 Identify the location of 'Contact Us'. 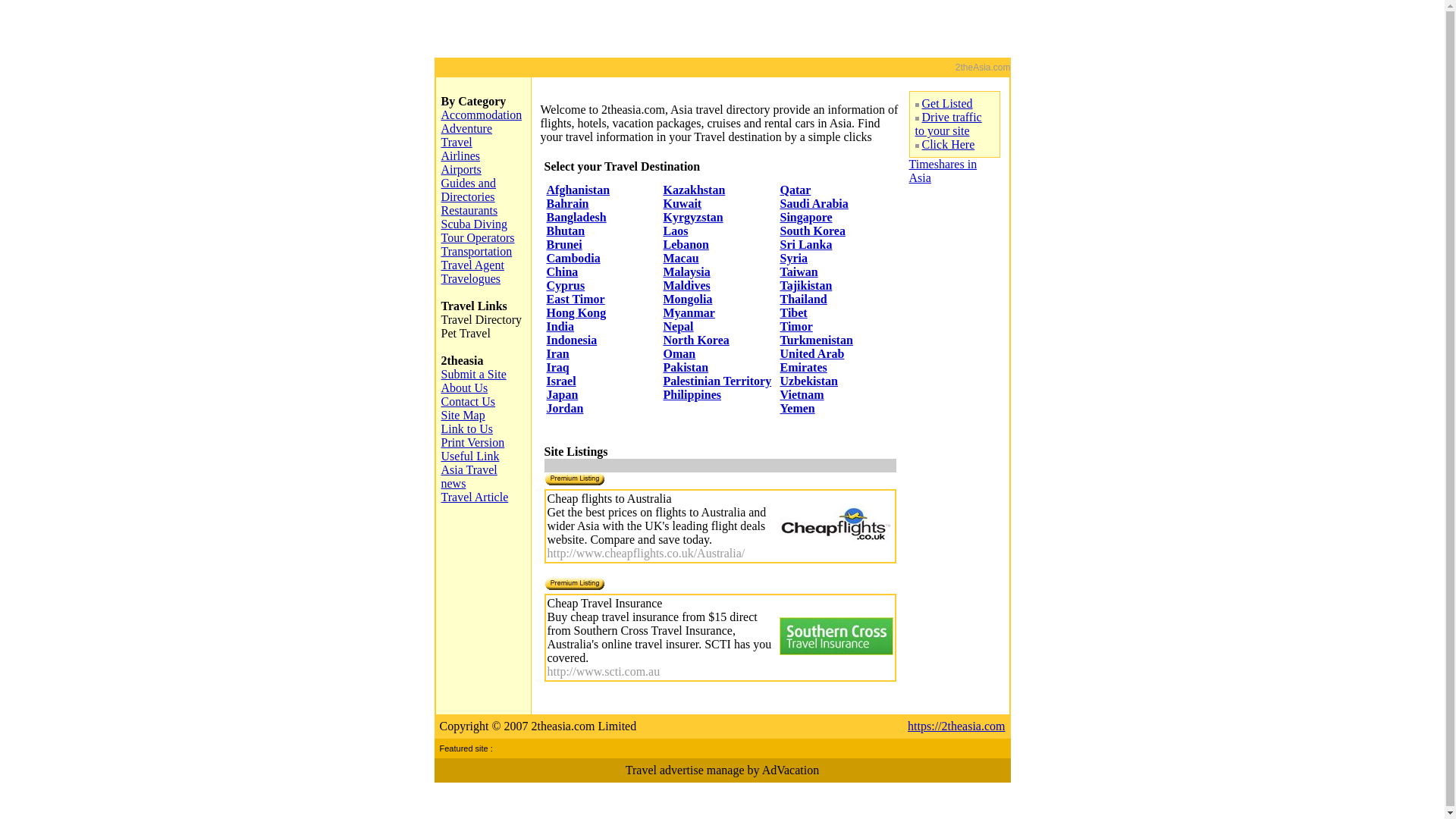
(468, 400).